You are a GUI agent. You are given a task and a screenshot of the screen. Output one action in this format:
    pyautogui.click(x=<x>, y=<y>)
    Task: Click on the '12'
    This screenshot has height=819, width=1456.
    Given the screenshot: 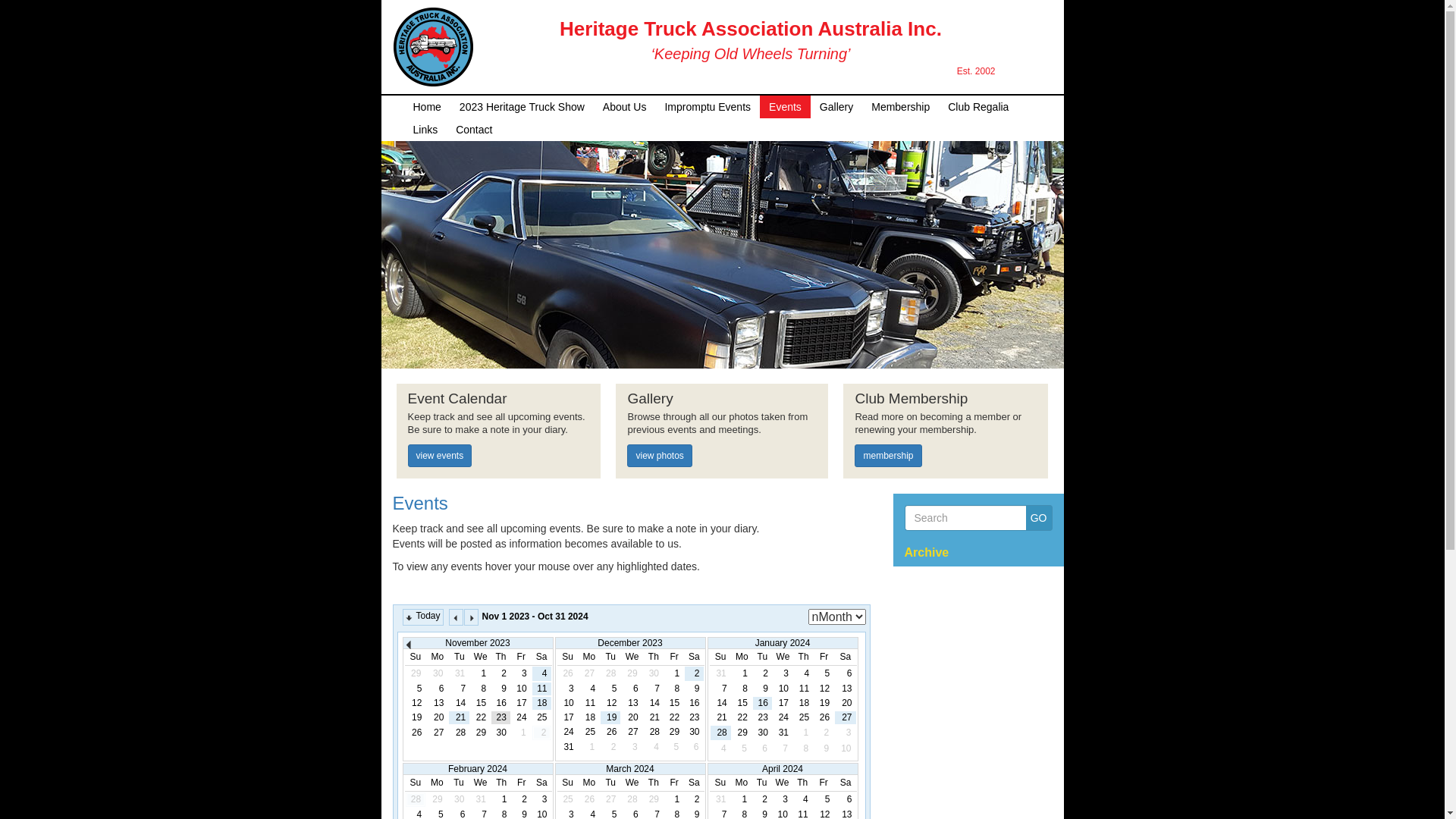 What is the action you would take?
    pyautogui.click(x=406, y=703)
    